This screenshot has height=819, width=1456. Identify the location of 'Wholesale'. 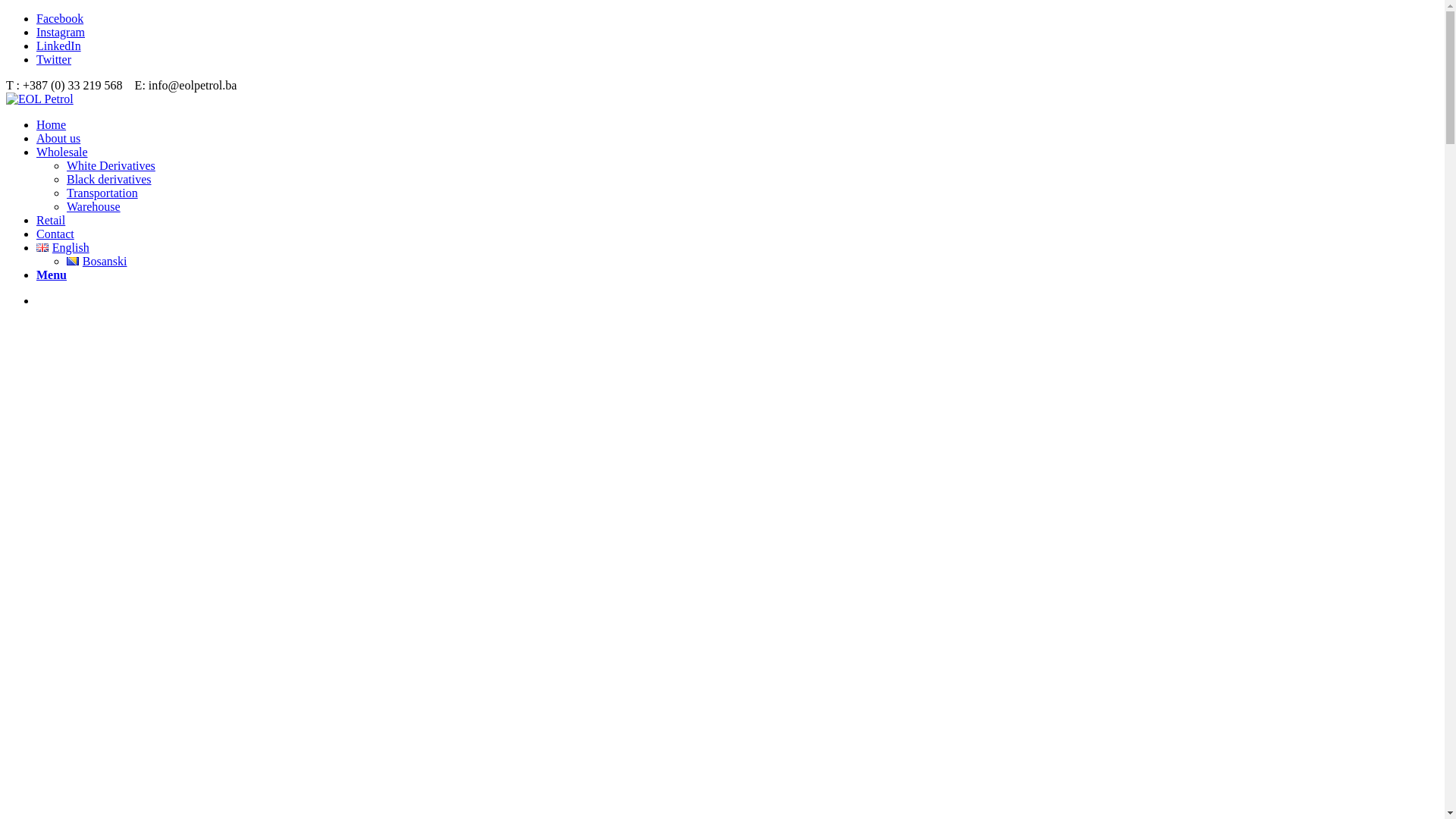
(61, 152).